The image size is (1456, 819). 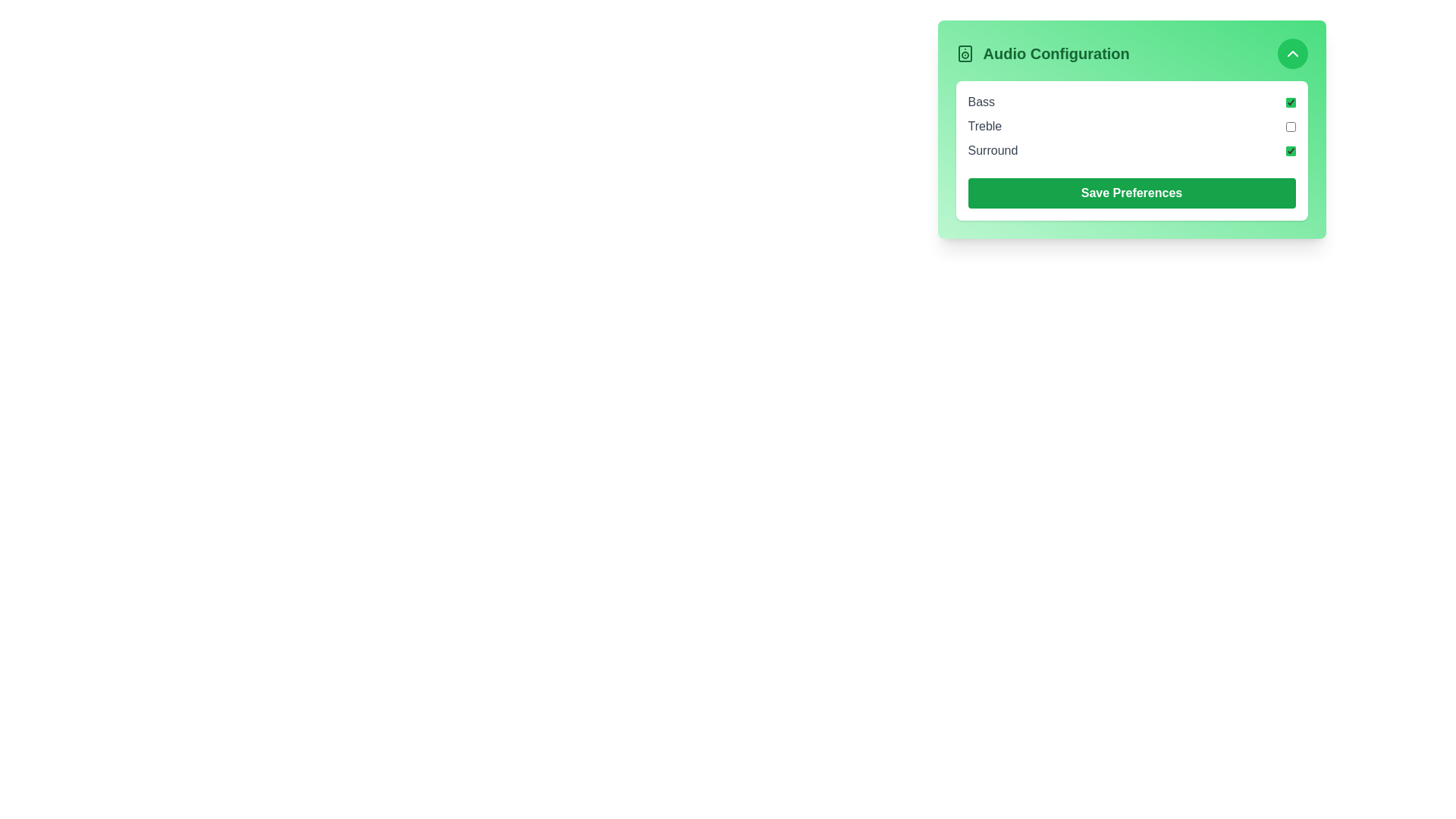 I want to click on the audio settings icon located in the top-left corner of the 'Audio Configuration' section, next to the text 'Audio Configuration', so click(x=964, y=52).